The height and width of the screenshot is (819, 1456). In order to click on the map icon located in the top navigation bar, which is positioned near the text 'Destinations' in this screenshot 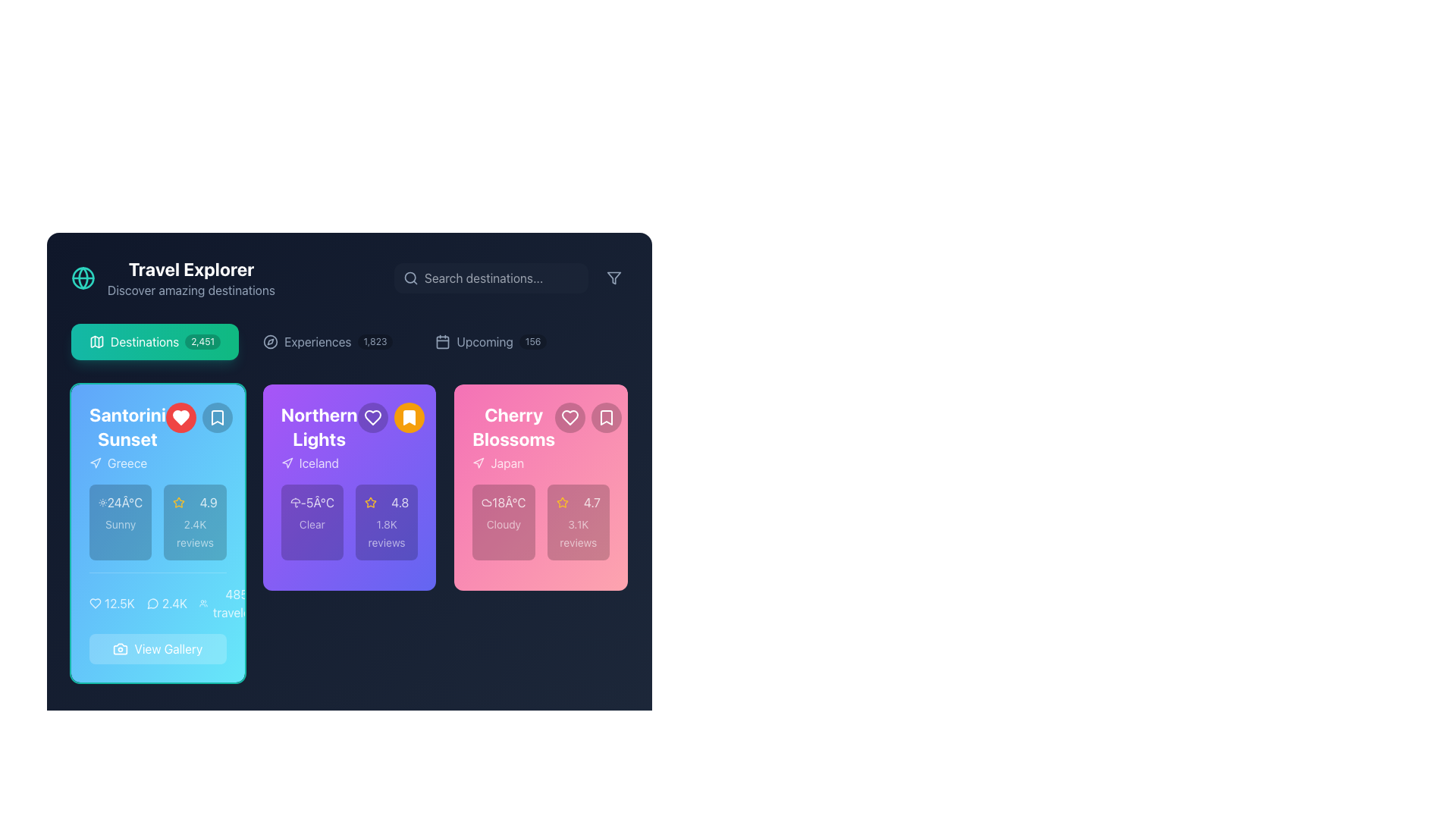, I will do `click(96, 342)`.